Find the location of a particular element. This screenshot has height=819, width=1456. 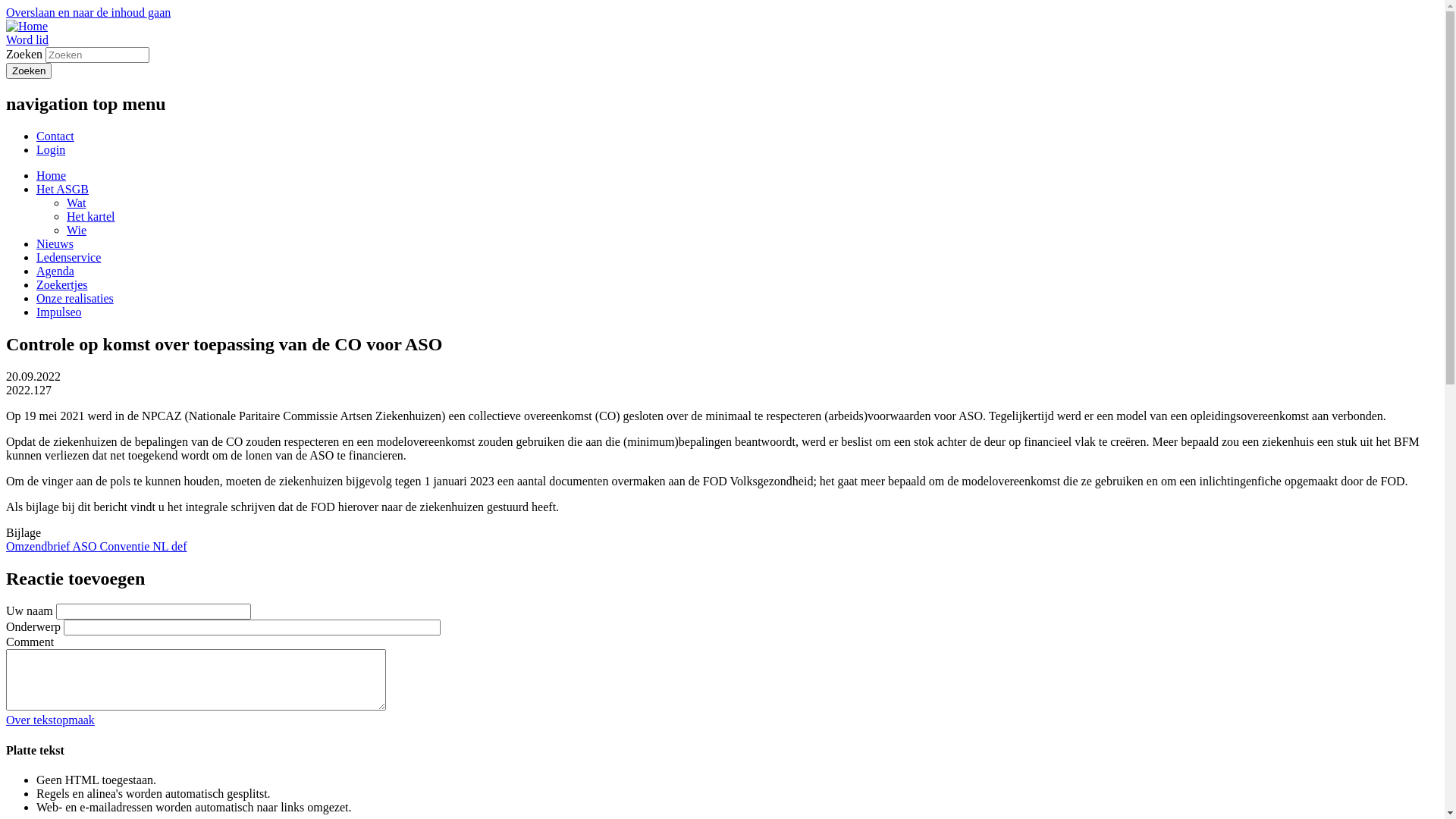

'Over tekstopmaak' is located at coordinates (50, 719).